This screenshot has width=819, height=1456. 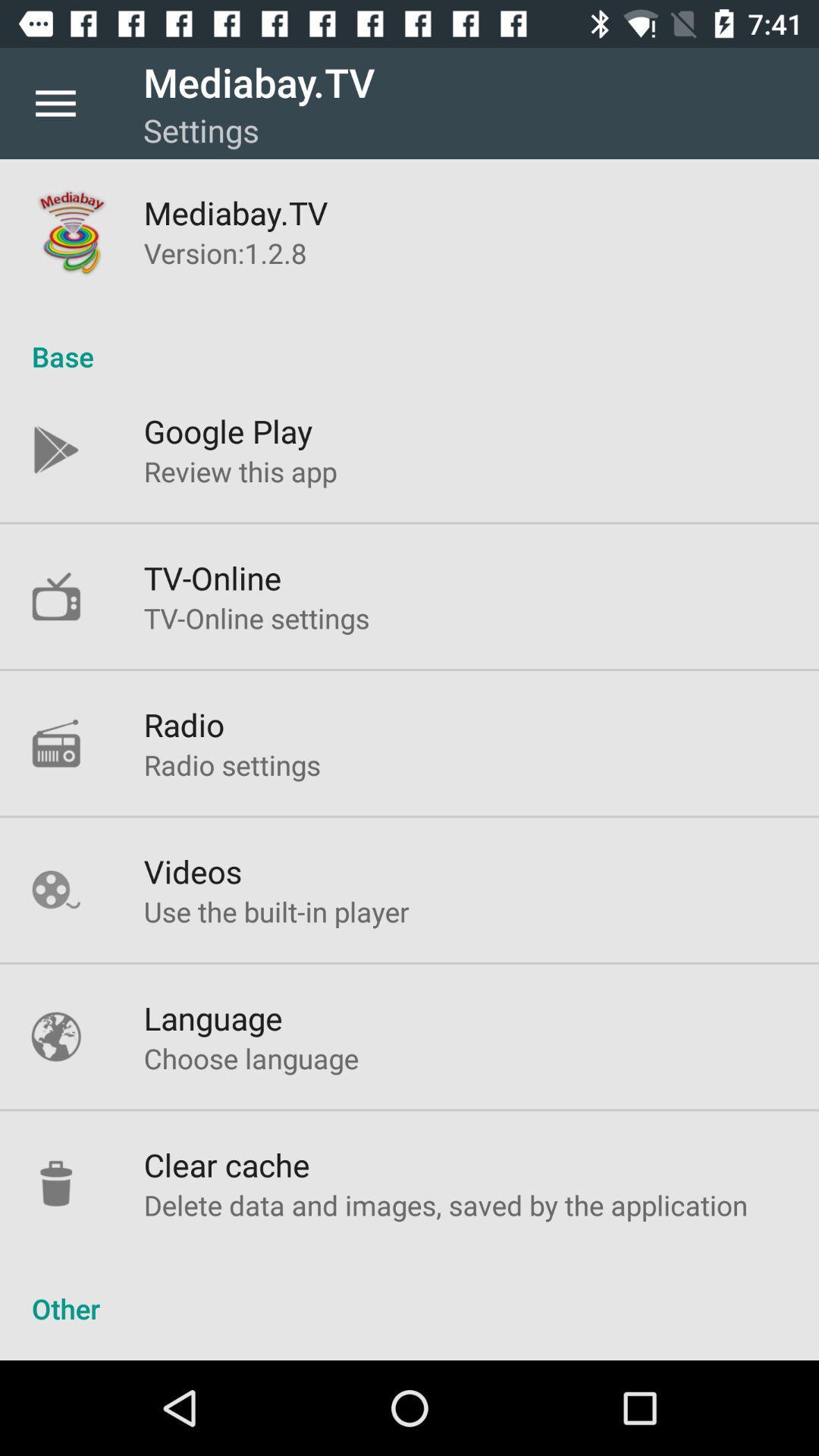 I want to click on item next to the mediabay.tv icon, so click(x=55, y=102).